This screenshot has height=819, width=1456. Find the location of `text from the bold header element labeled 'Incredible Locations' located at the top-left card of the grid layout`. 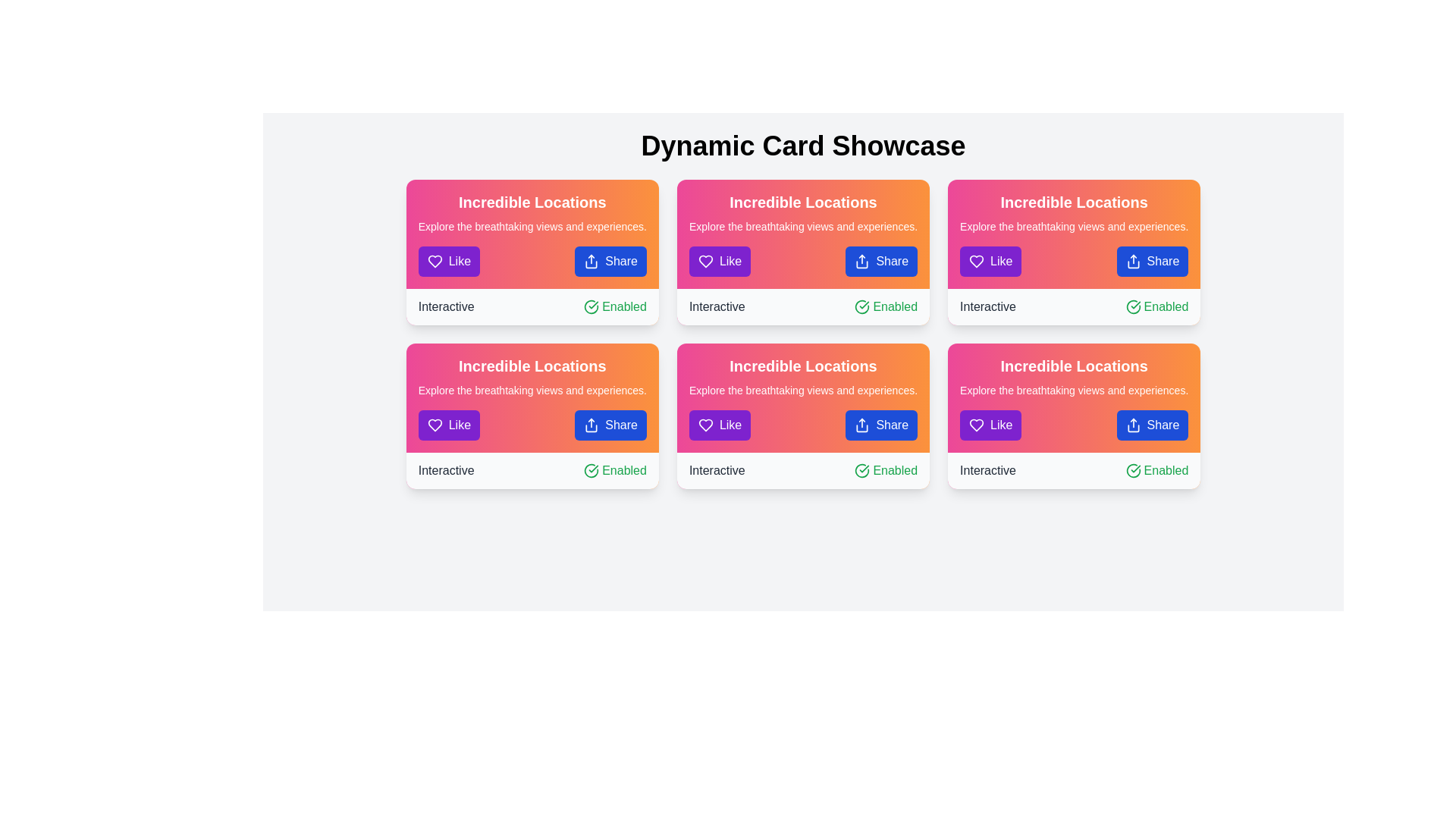

text from the bold header element labeled 'Incredible Locations' located at the top-left card of the grid layout is located at coordinates (532, 201).